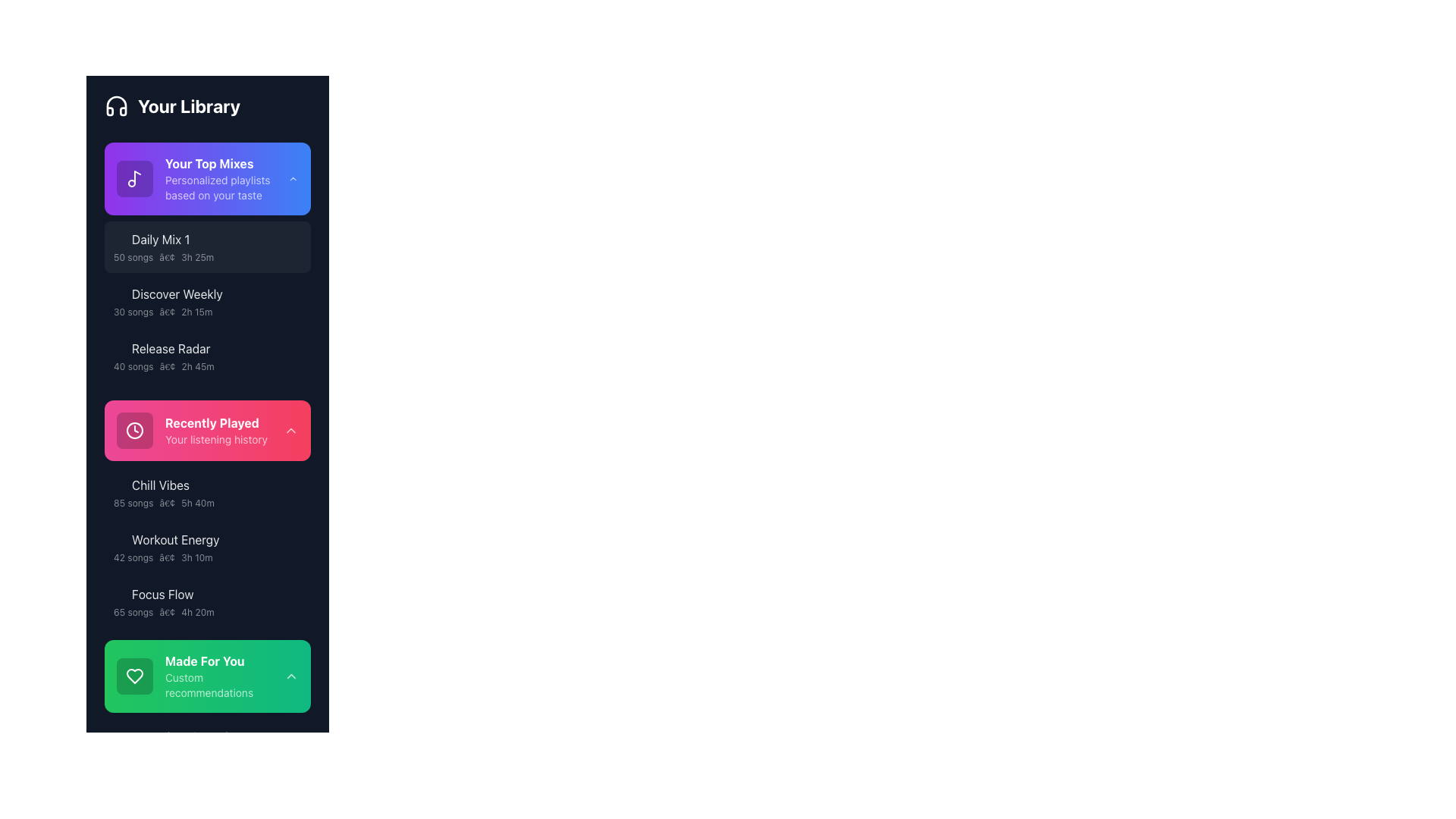 This screenshot has width=1456, height=819. Describe the element at coordinates (105, 246) in the screenshot. I see `the decorative visual indicator located at the extreme left of the 'Daily Mix 1' card in the sidebar, which emphasizes the active state of the playlist` at that location.